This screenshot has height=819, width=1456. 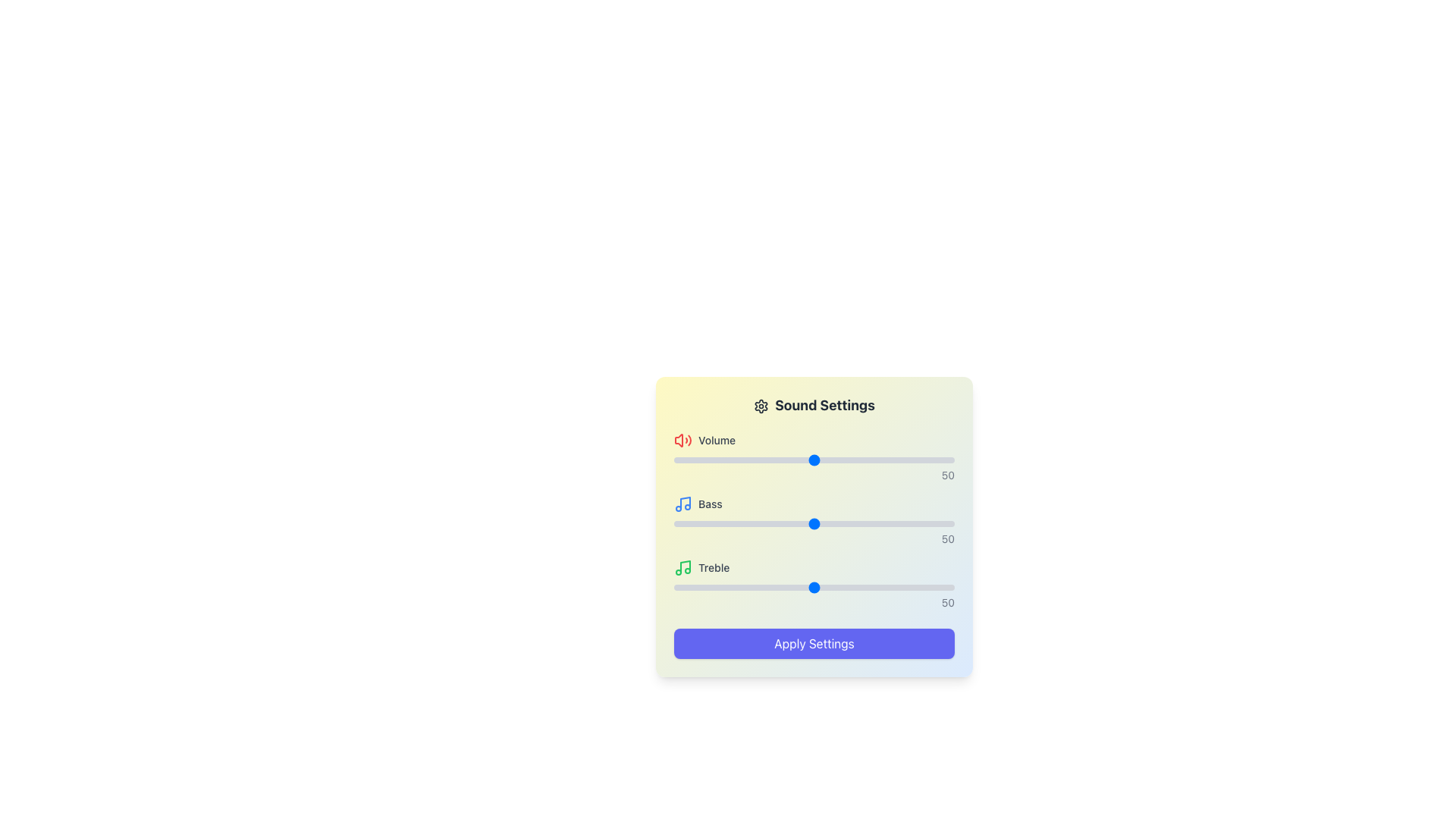 I want to click on treble, so click(x=715, y=587).